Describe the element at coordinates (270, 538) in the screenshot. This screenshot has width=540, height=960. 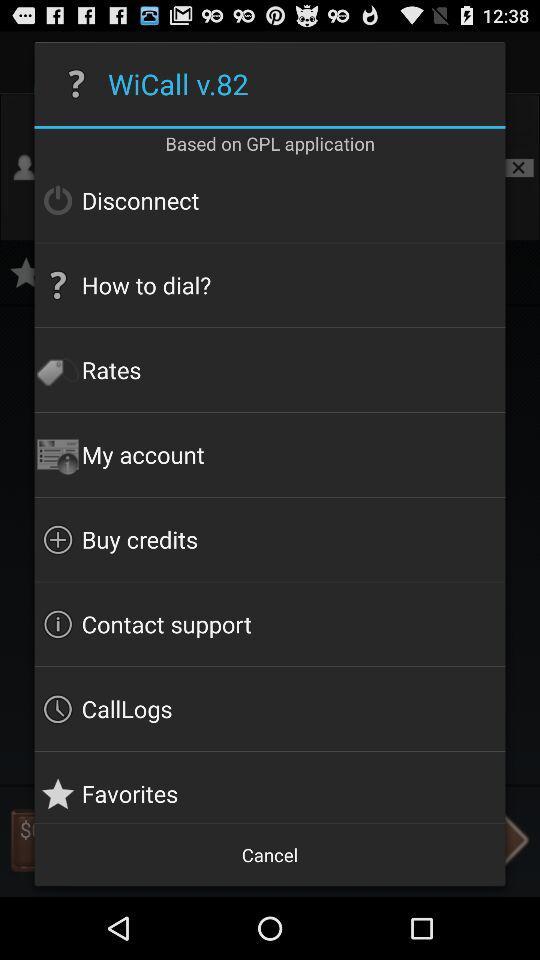
I see `item above contact support icon` at that location.